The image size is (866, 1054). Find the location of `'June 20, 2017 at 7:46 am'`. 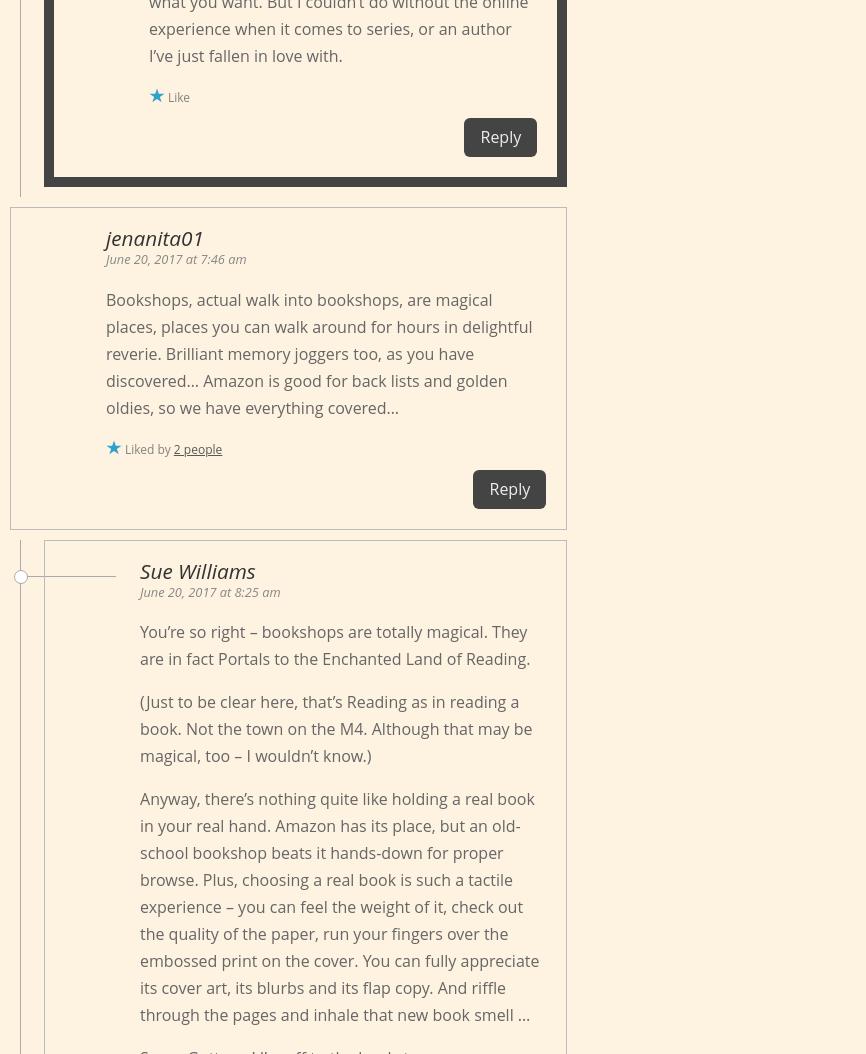

'June 20, 2017 at 7:46 am' is located at coordinates (105, 258).